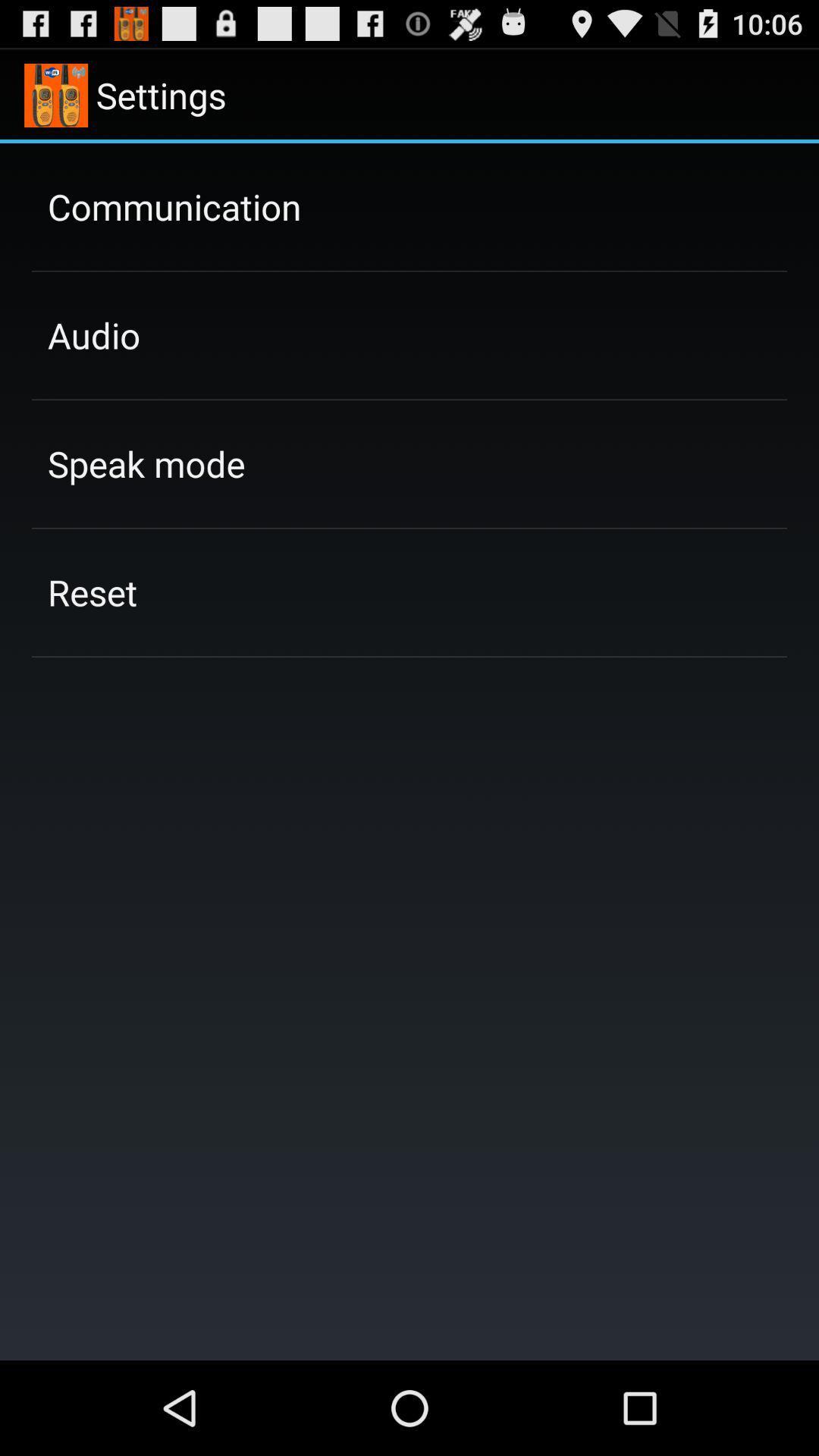 The width and height of the screenshot is (819, 1456). I want to click on the reset app, so click(93, 591).